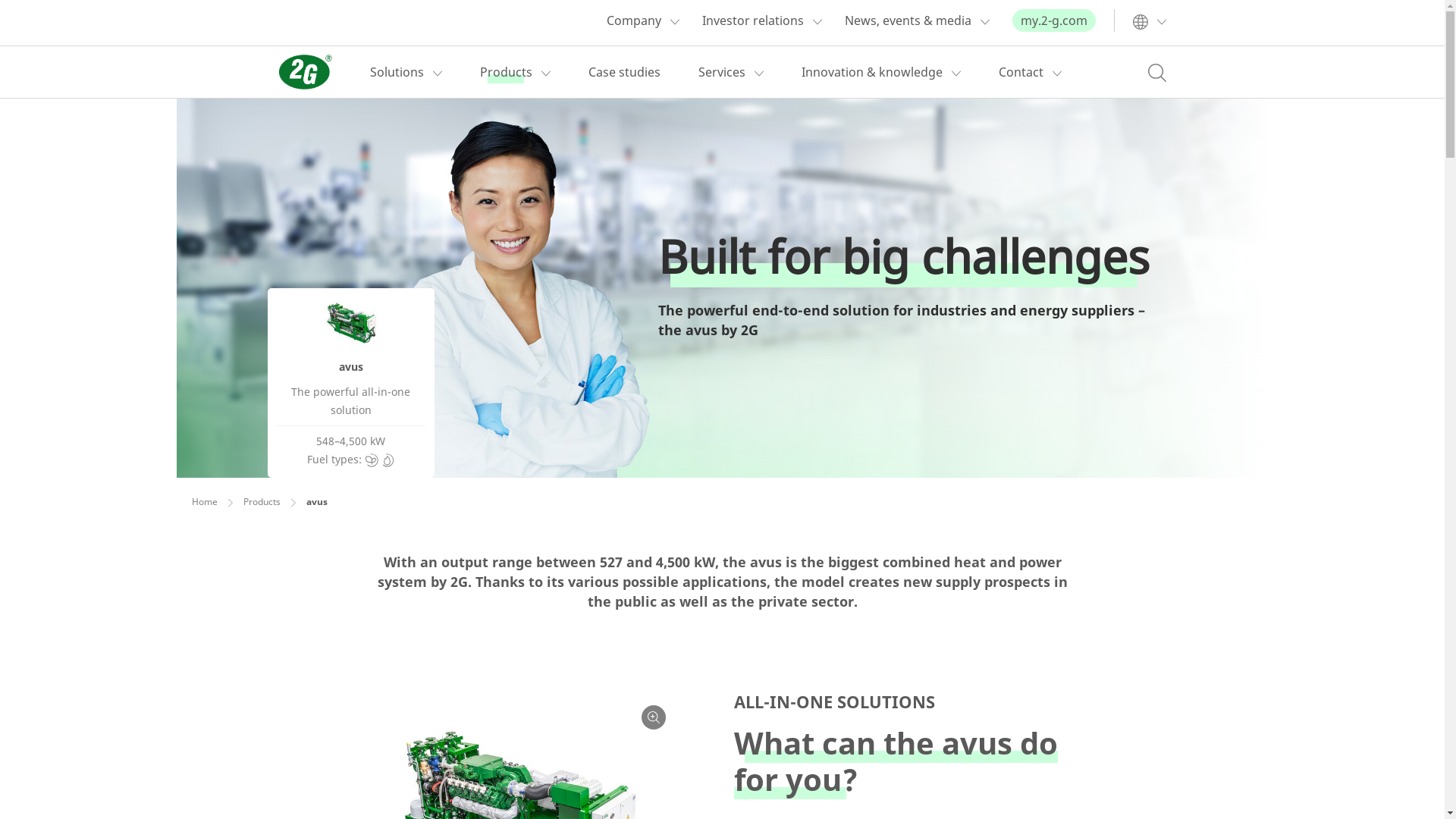  I want to click on 'Innovation & knowledge', so click(871, 72).